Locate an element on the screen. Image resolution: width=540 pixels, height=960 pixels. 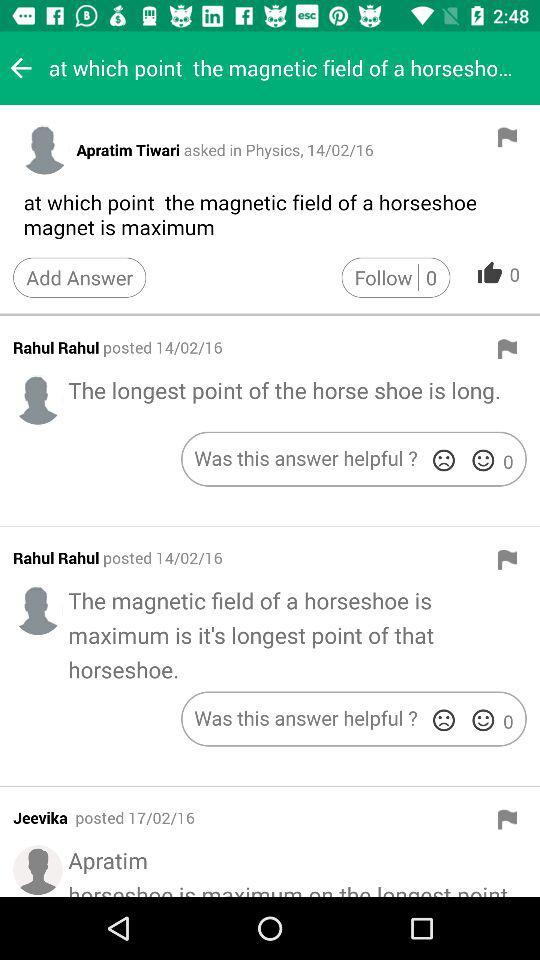
flag the post is located at coordinates (507, 136).